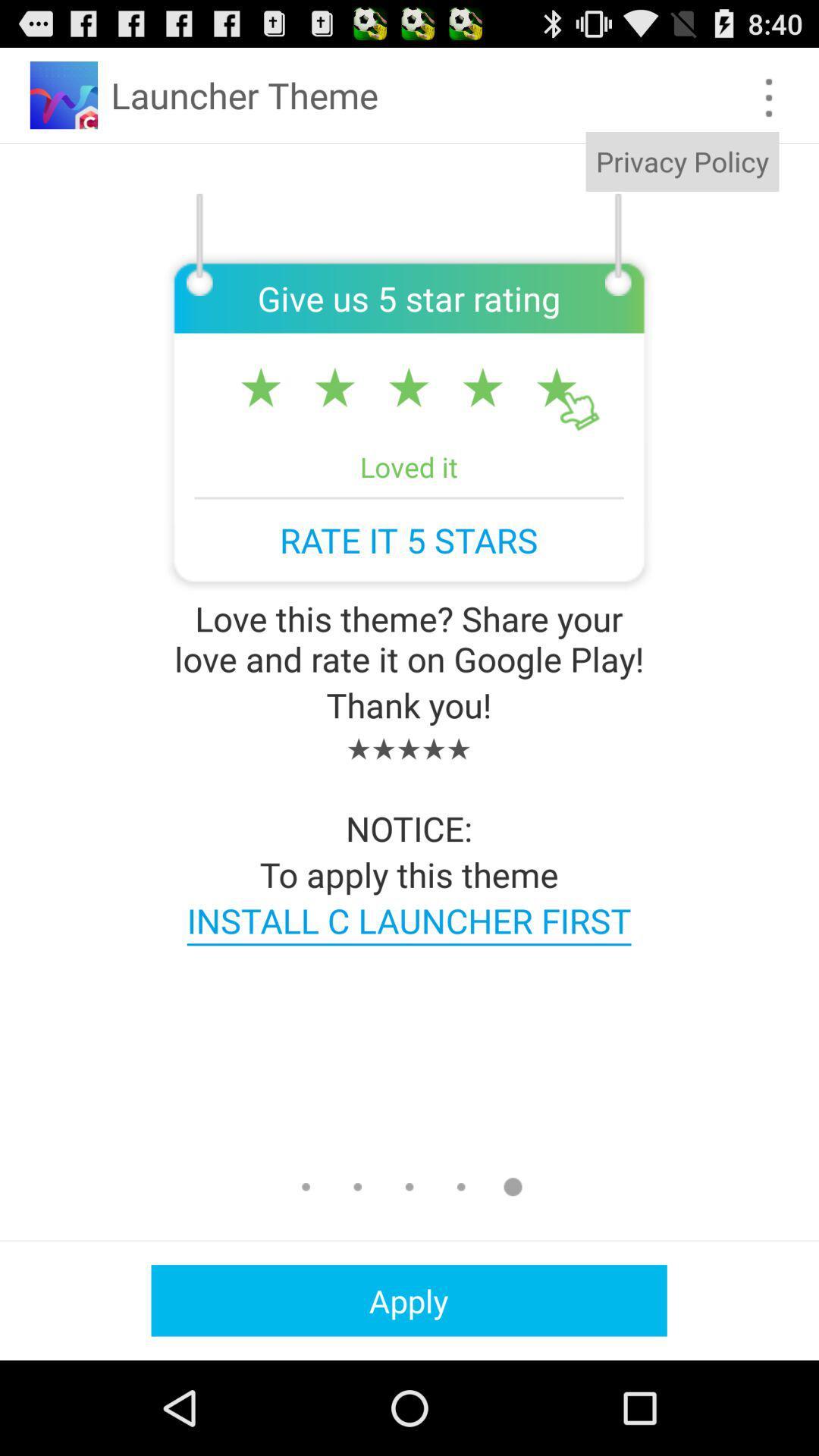  Describe the element at coordinates (681, 162) in the screenshot. I see `privacy policy app` at that location.